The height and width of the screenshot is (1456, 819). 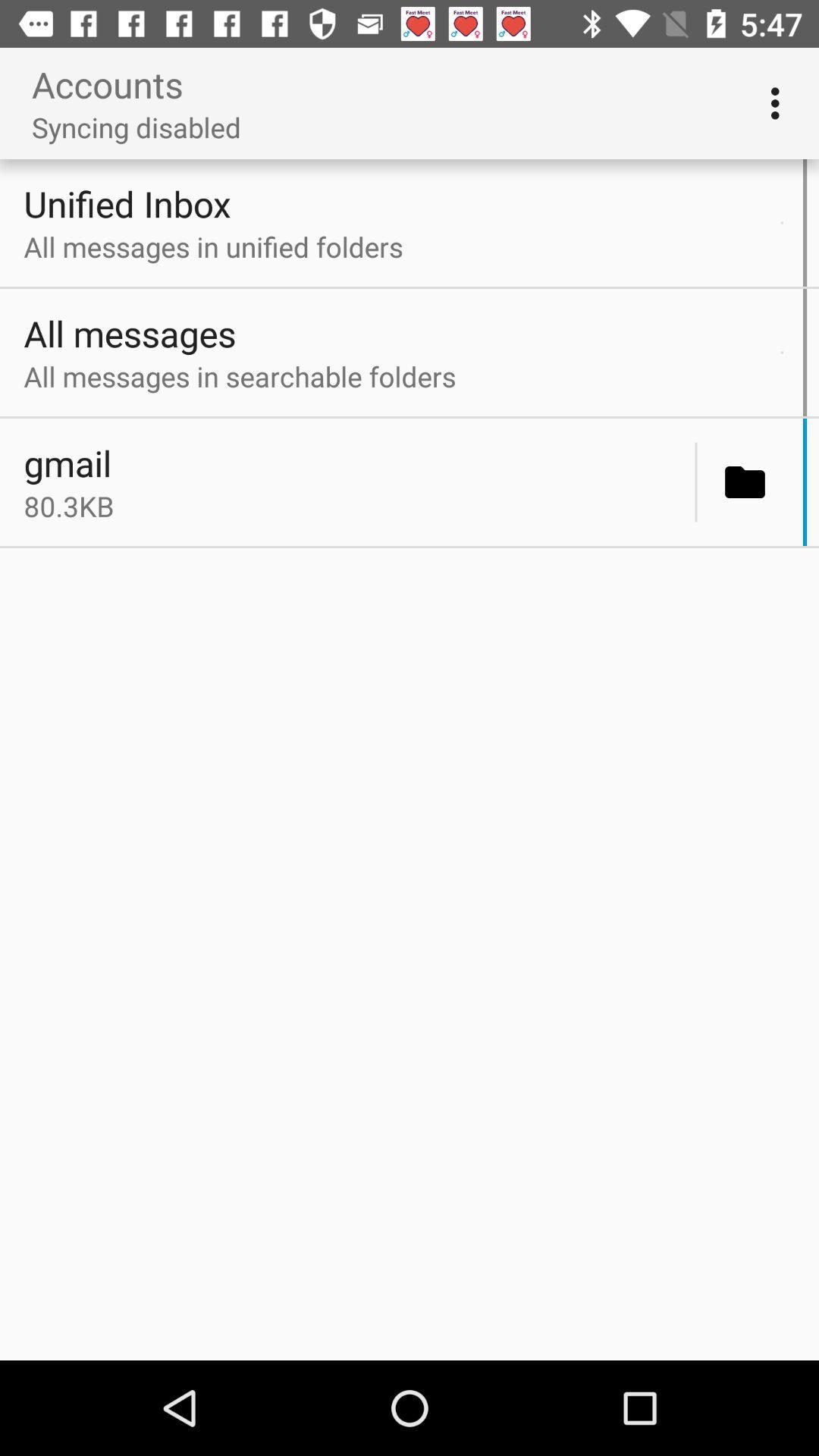 I want to click on the icon above the 80.3kb item, so click(x=355, y=462).